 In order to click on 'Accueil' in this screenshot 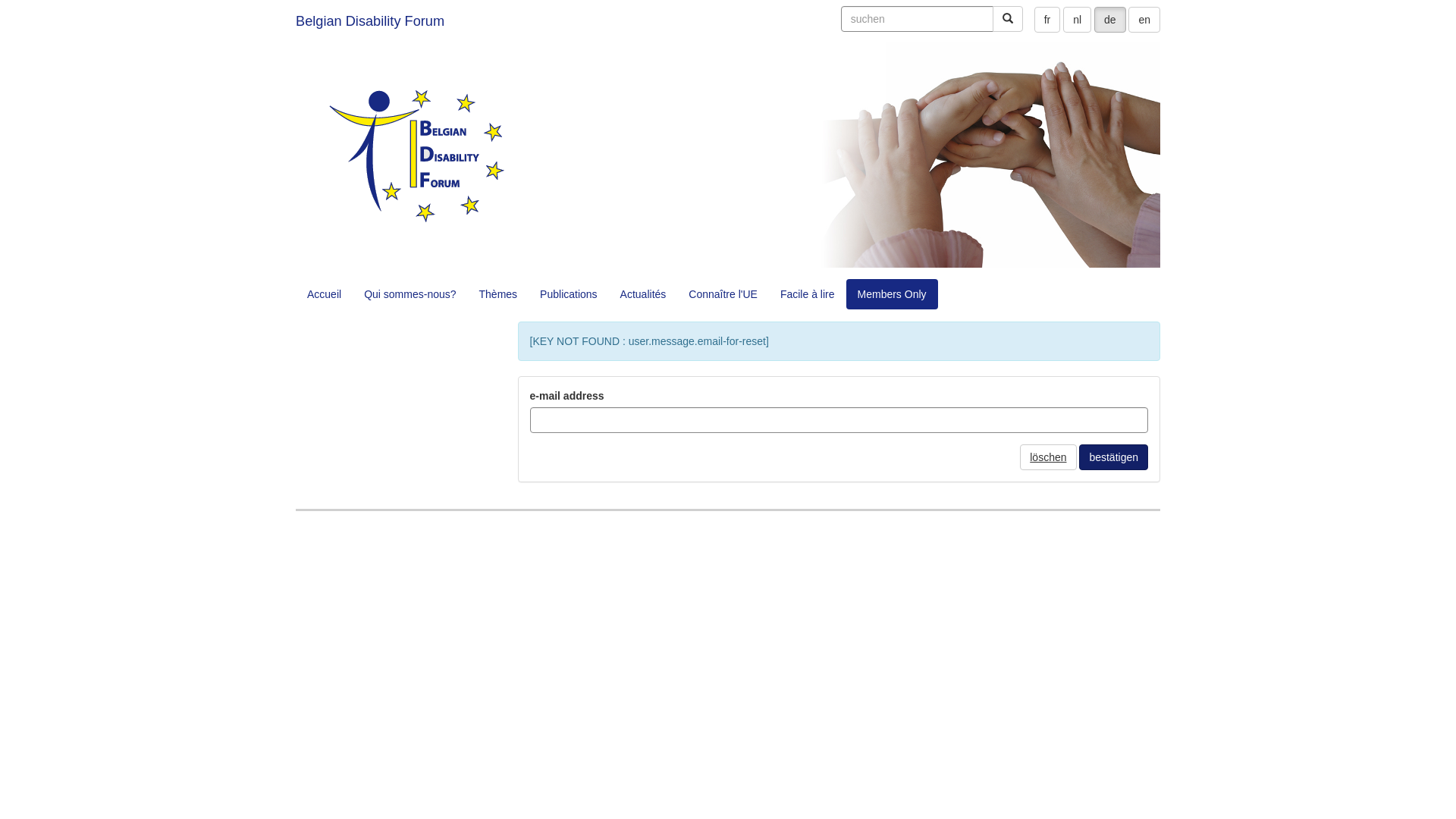, I will do `click(323, 294)`.